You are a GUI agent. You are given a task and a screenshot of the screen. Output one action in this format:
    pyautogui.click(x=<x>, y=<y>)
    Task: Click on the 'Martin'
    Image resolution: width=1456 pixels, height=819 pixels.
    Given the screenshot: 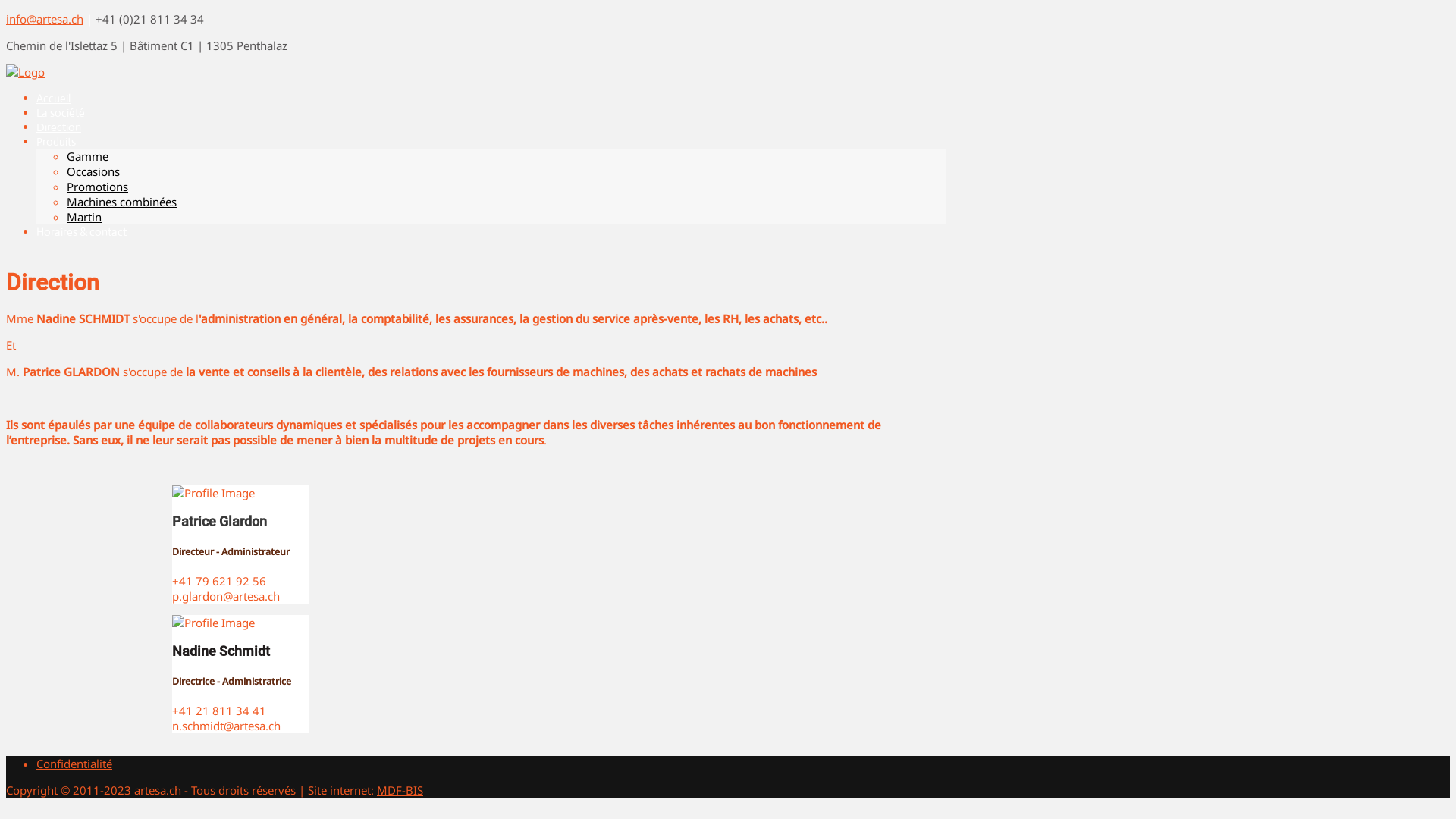 What is the action you would take?
    pyautogui.click(x=83, y=216)
    